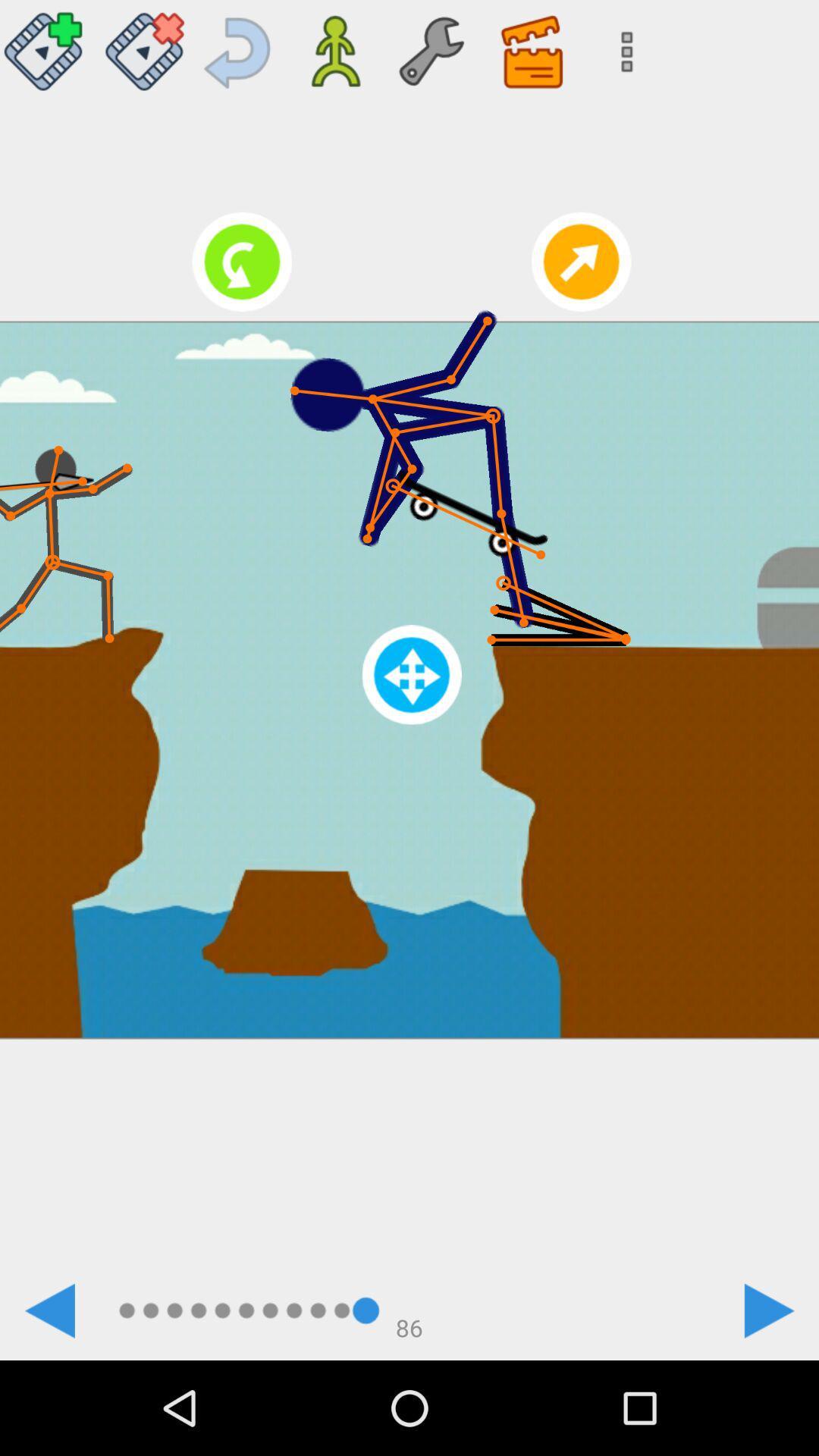  I want to click on delete video, so click(144, 45).